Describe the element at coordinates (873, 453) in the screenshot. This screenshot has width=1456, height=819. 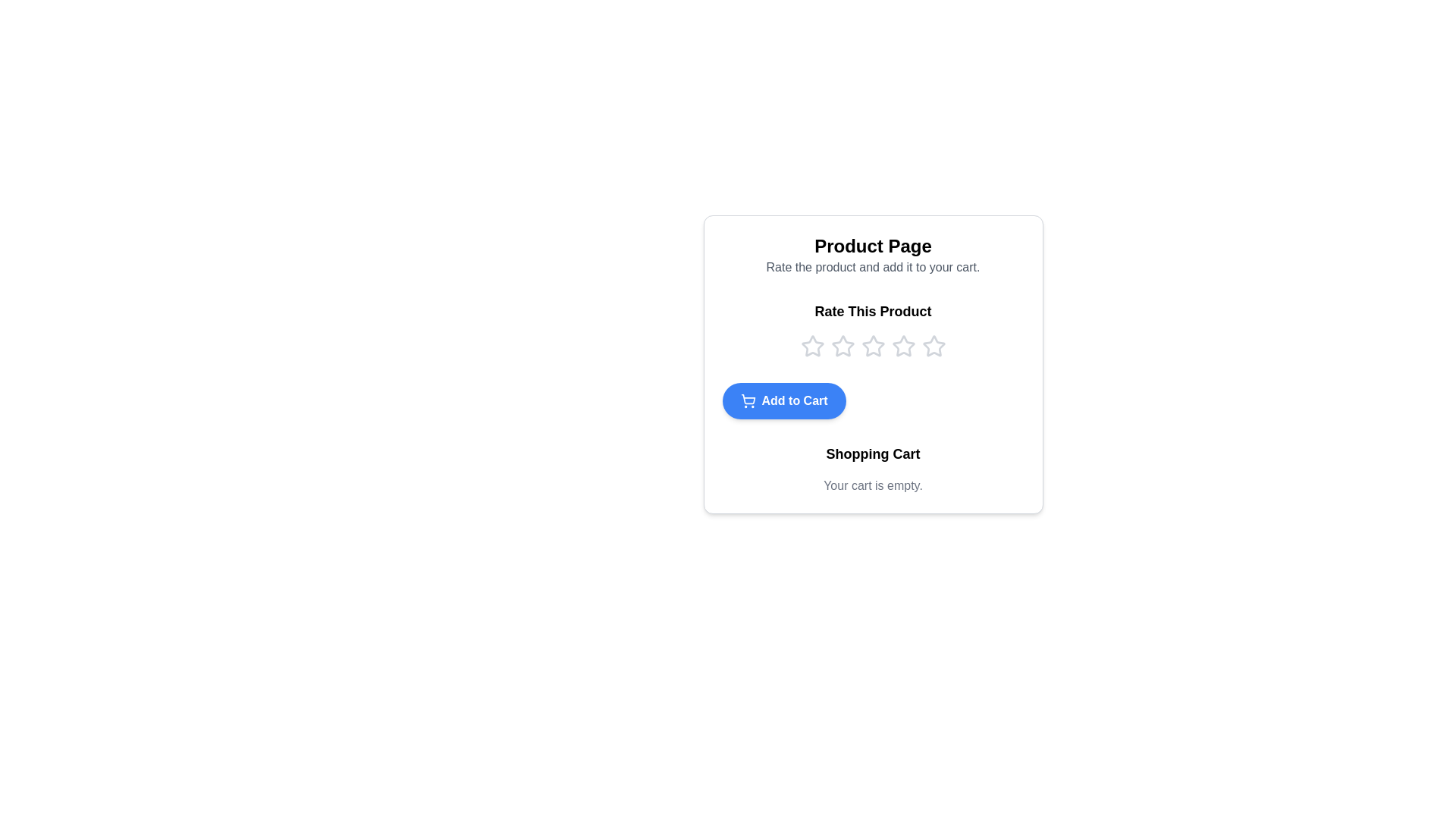
I see `'Shopping Cart' text element which is bold and black, located in the central lower portion of the card interface, directly above 'Your cart is empty.'` at that location.